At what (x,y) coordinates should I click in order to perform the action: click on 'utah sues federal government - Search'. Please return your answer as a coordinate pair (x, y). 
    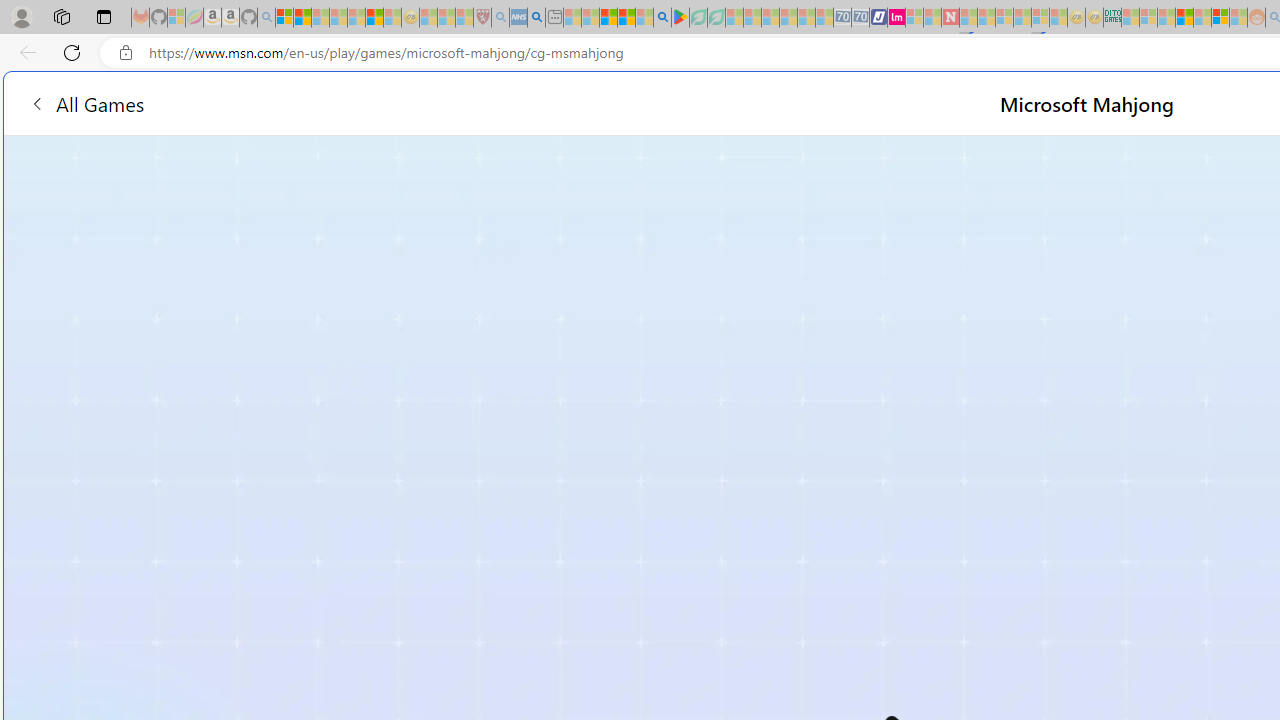
    Looking at the image, I should click on (536, 17).